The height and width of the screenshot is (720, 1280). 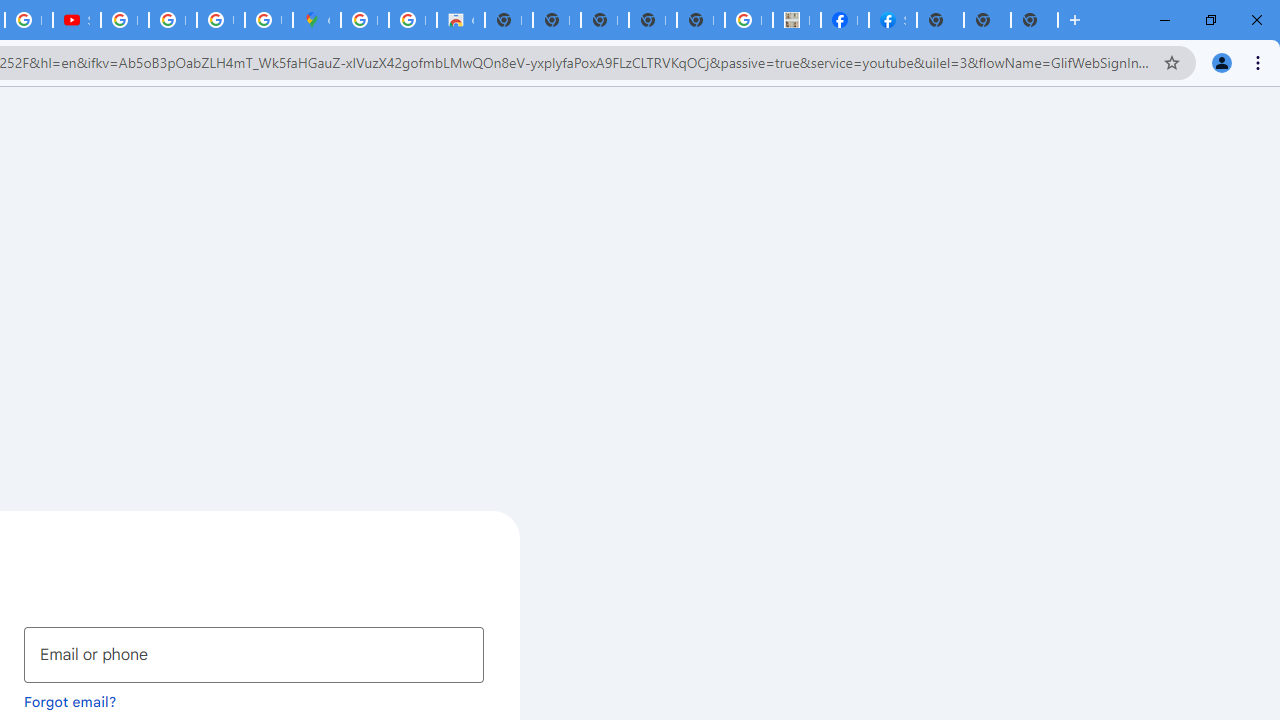 I want to click on 'Sign Up for Facebook', so click(x=891, y=20).